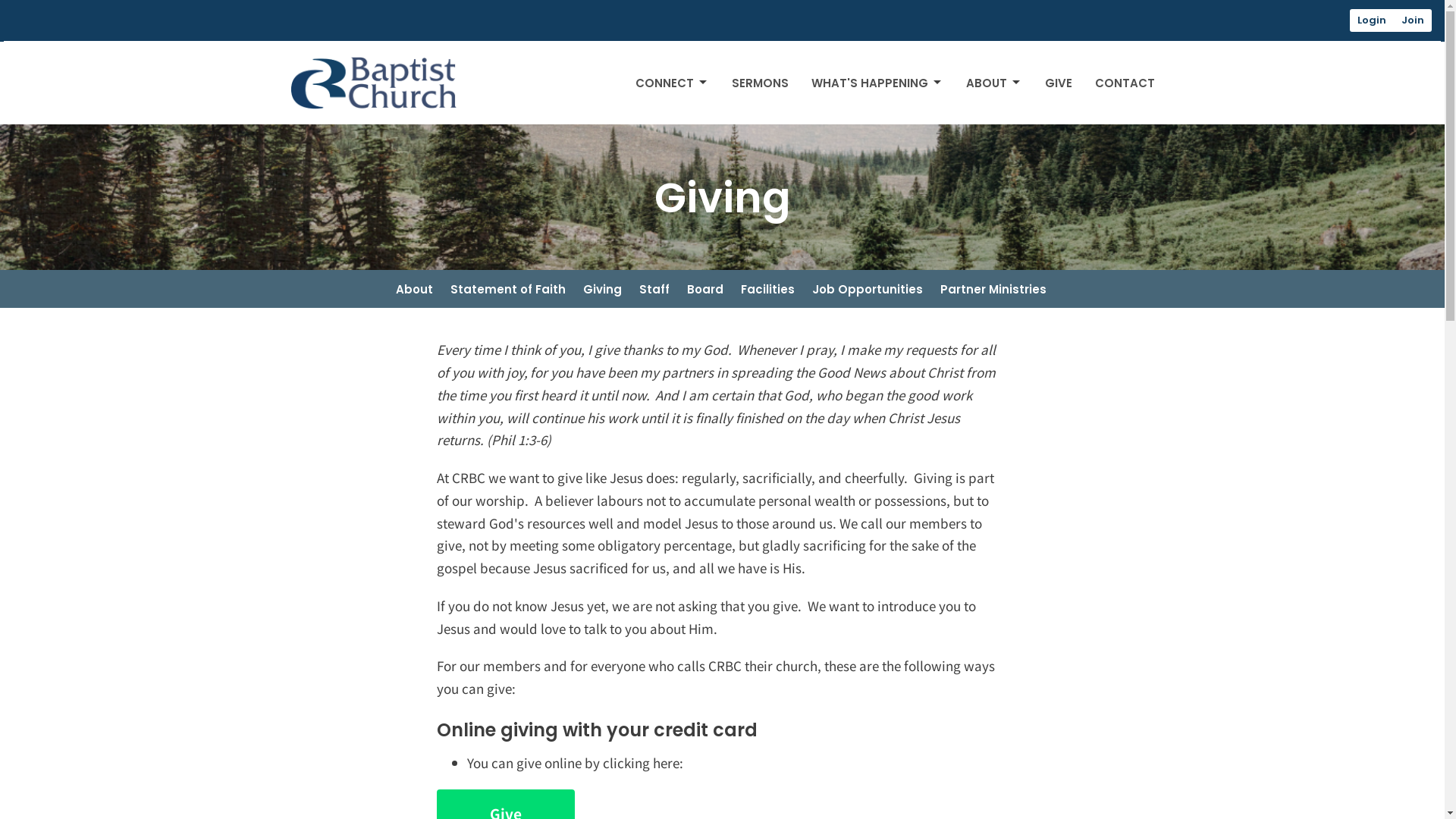 The image size is (1456, 819). I want to click on 'ABOUT', so click(993, 83).